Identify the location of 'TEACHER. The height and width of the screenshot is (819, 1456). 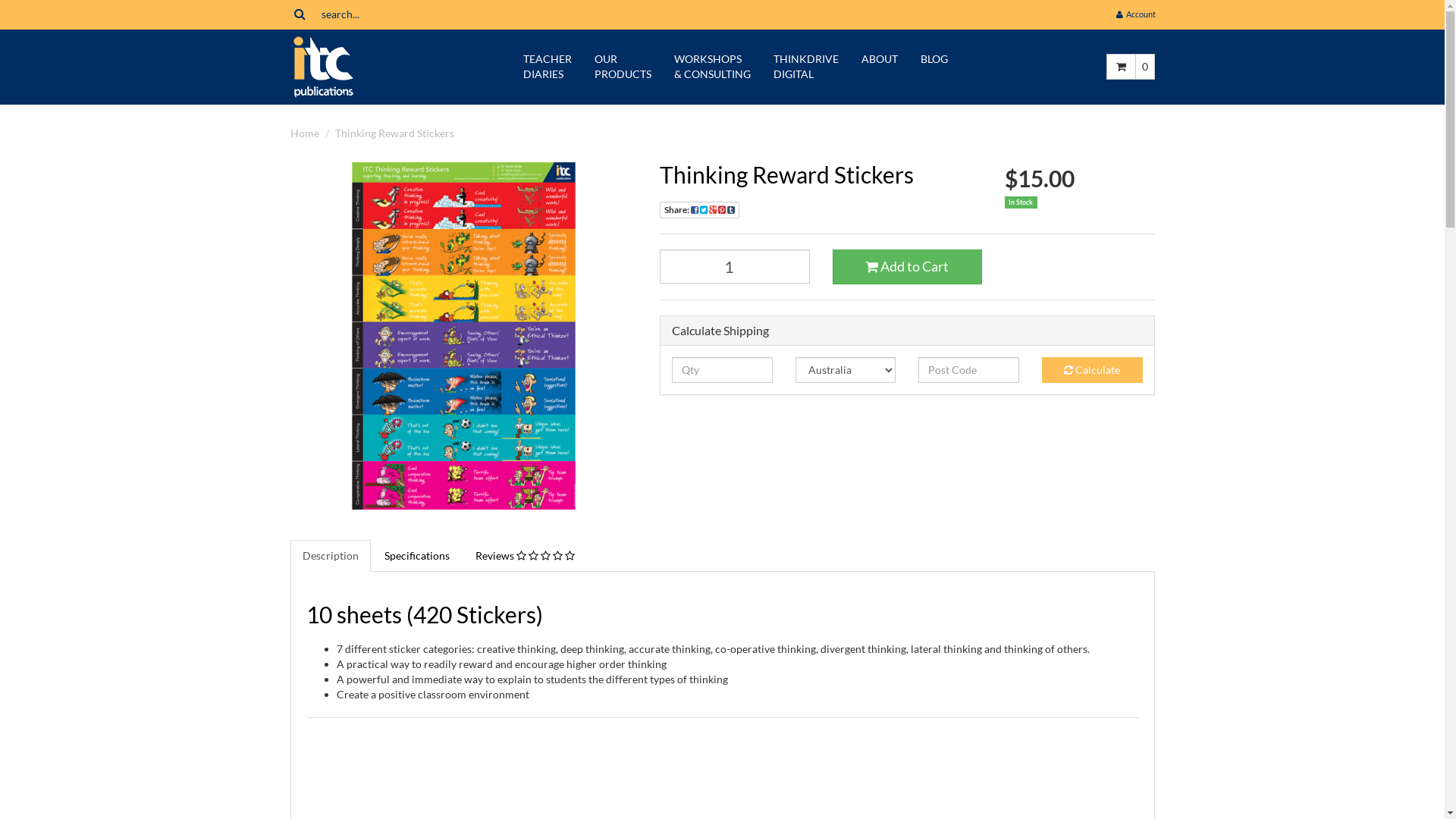
(546, 66).